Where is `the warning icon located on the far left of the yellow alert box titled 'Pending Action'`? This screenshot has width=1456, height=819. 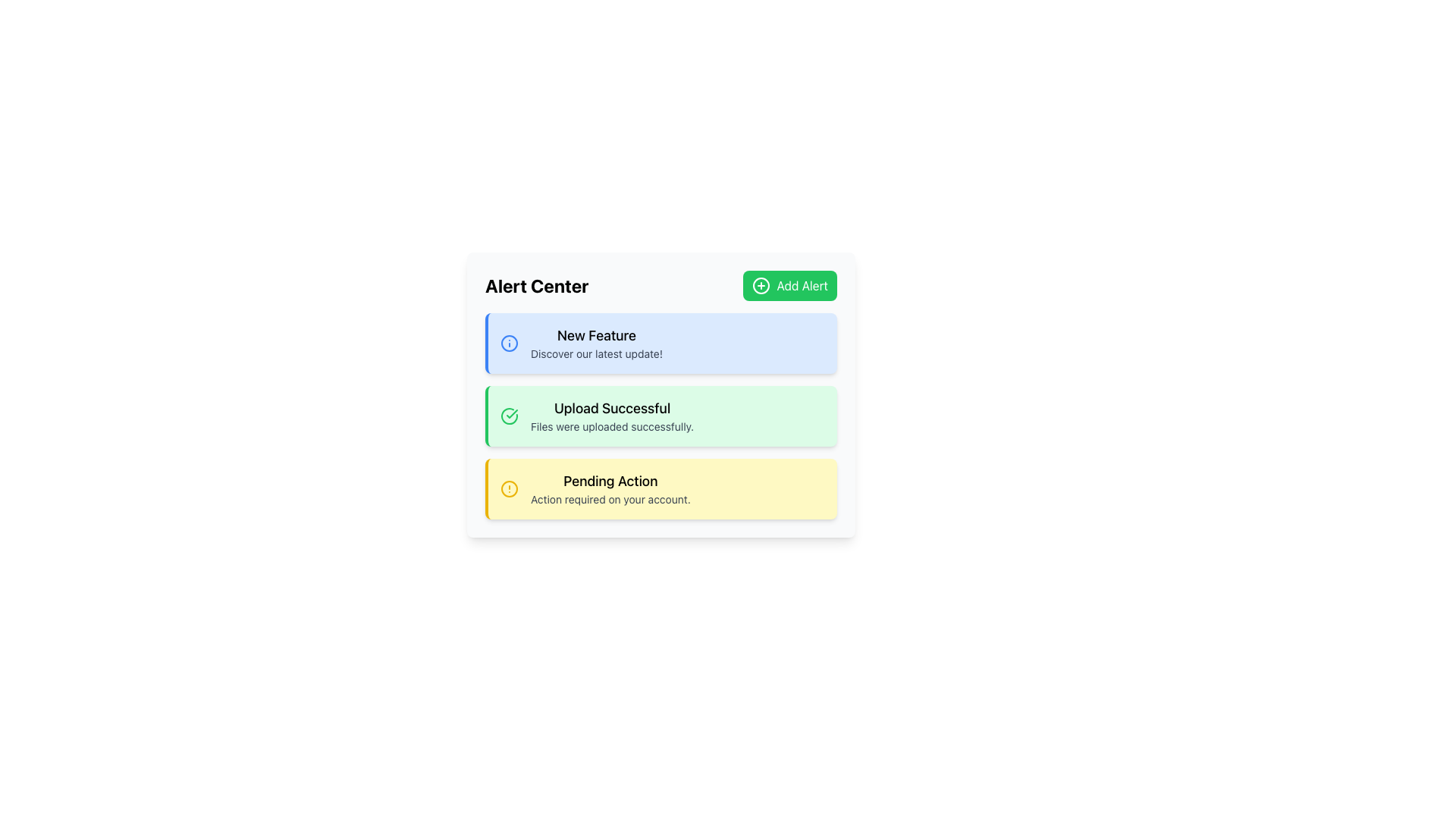
the warning icon located on the far left of the yellow alert box titled 'Pending Action' is located at coordinates (510, 488).